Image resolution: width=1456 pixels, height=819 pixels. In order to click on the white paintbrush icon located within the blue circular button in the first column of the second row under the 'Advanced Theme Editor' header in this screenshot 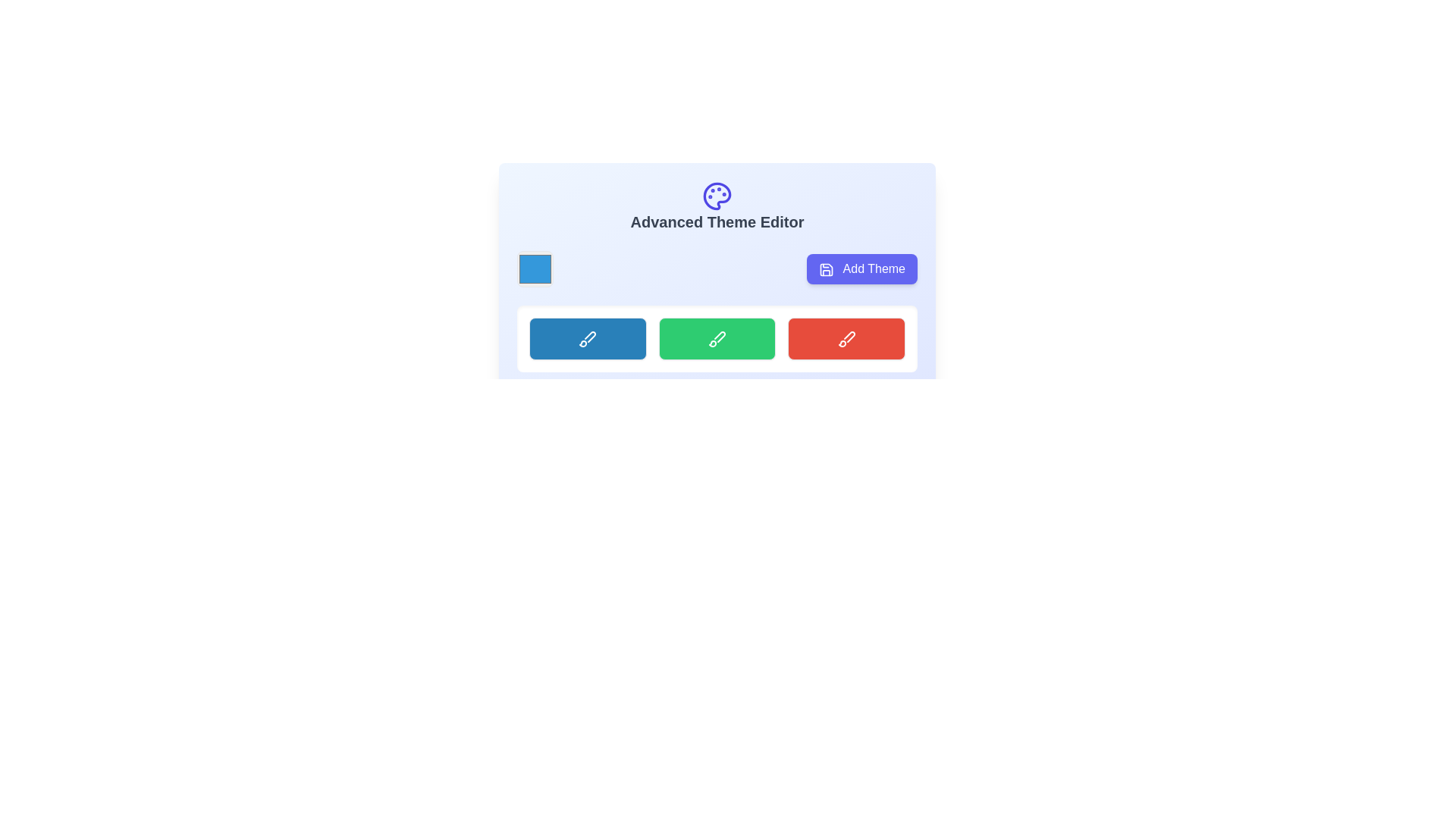, I will do `click(587, 338)`.